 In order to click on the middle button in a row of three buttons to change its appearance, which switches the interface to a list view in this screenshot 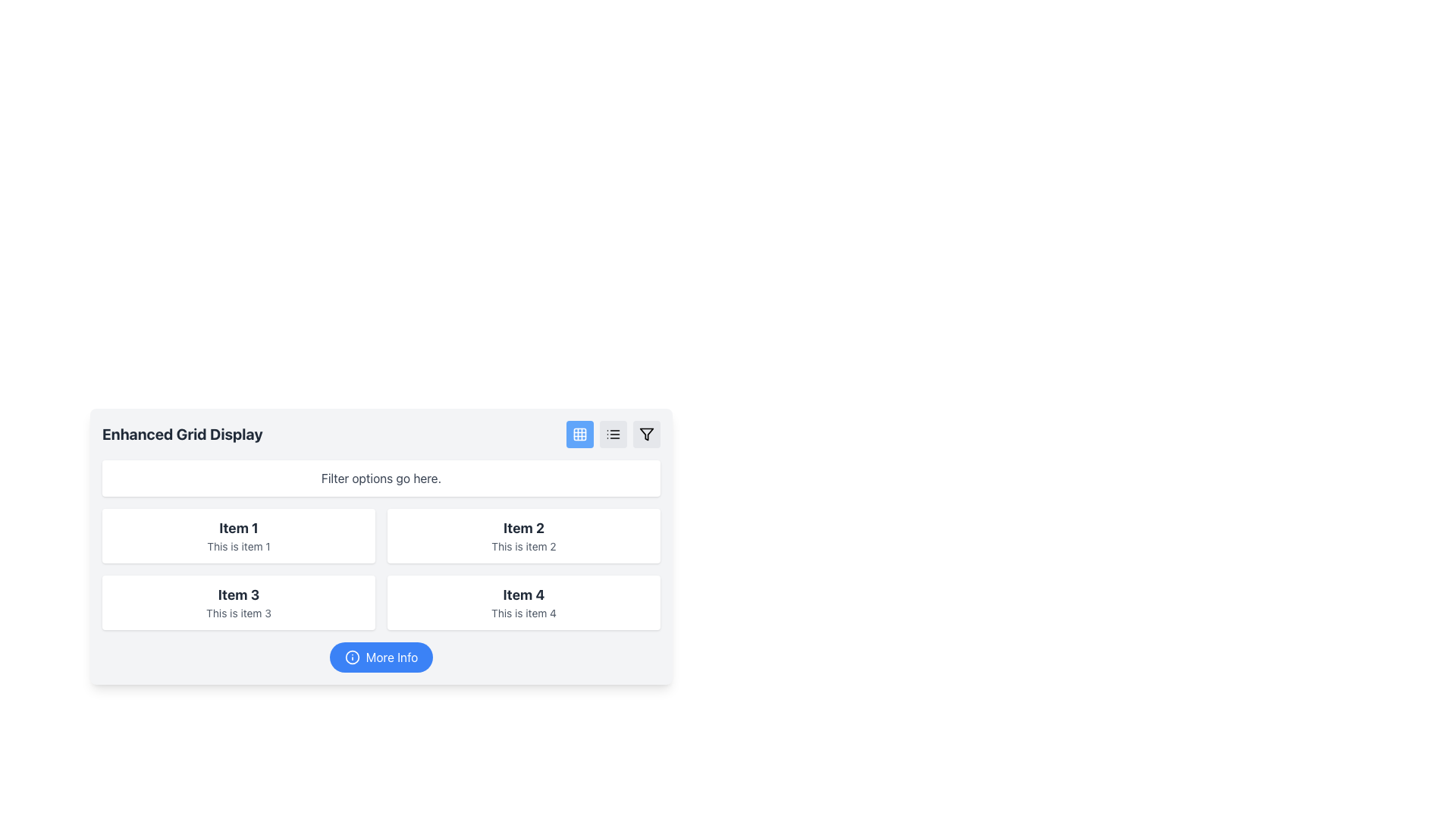, I will do `click(613, 435)`.